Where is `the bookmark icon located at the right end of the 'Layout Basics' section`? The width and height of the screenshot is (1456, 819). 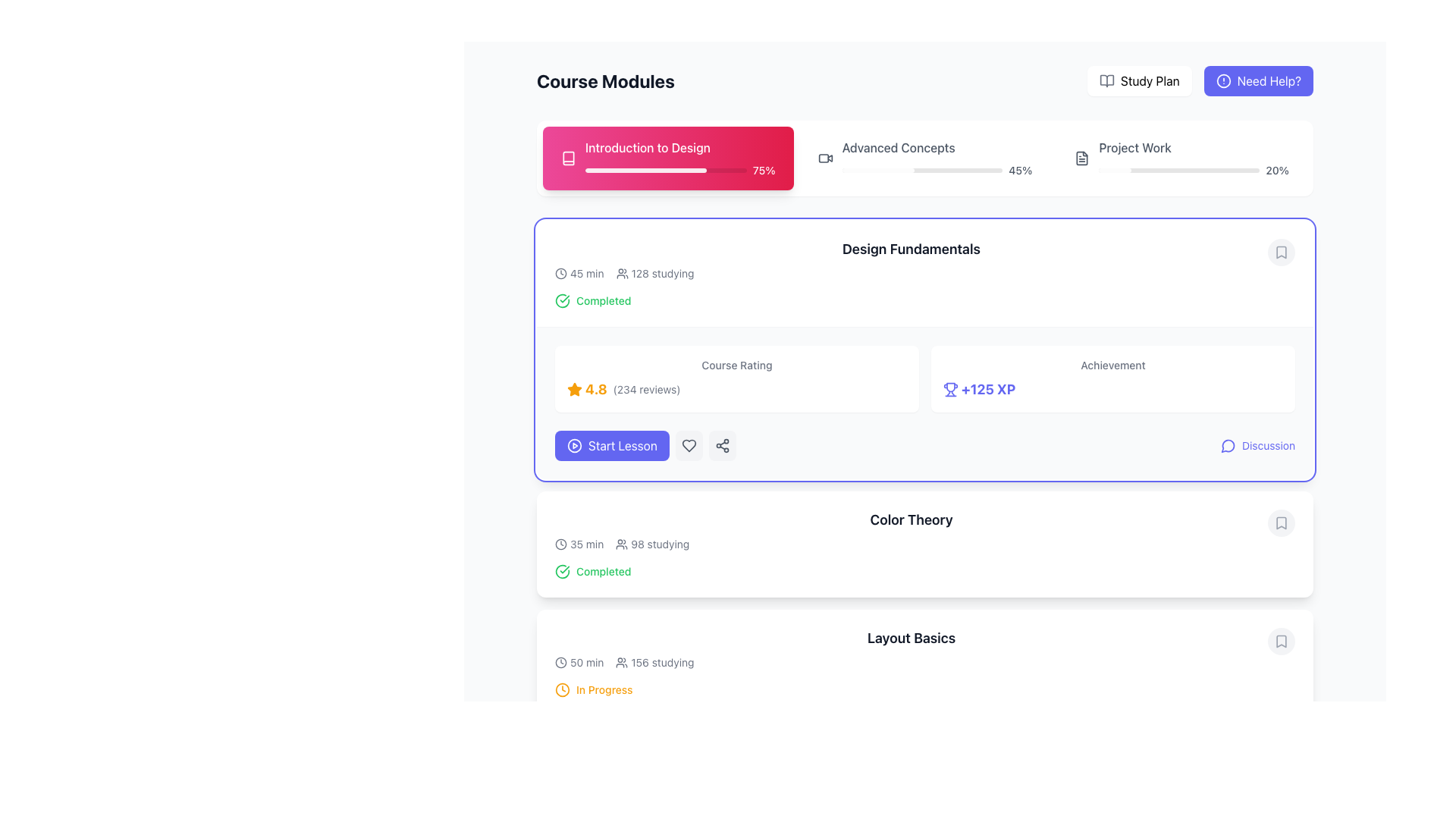
the bookmark icon located at the right end of the 'Layout Basics' section is located at coordinates (1280, 641).